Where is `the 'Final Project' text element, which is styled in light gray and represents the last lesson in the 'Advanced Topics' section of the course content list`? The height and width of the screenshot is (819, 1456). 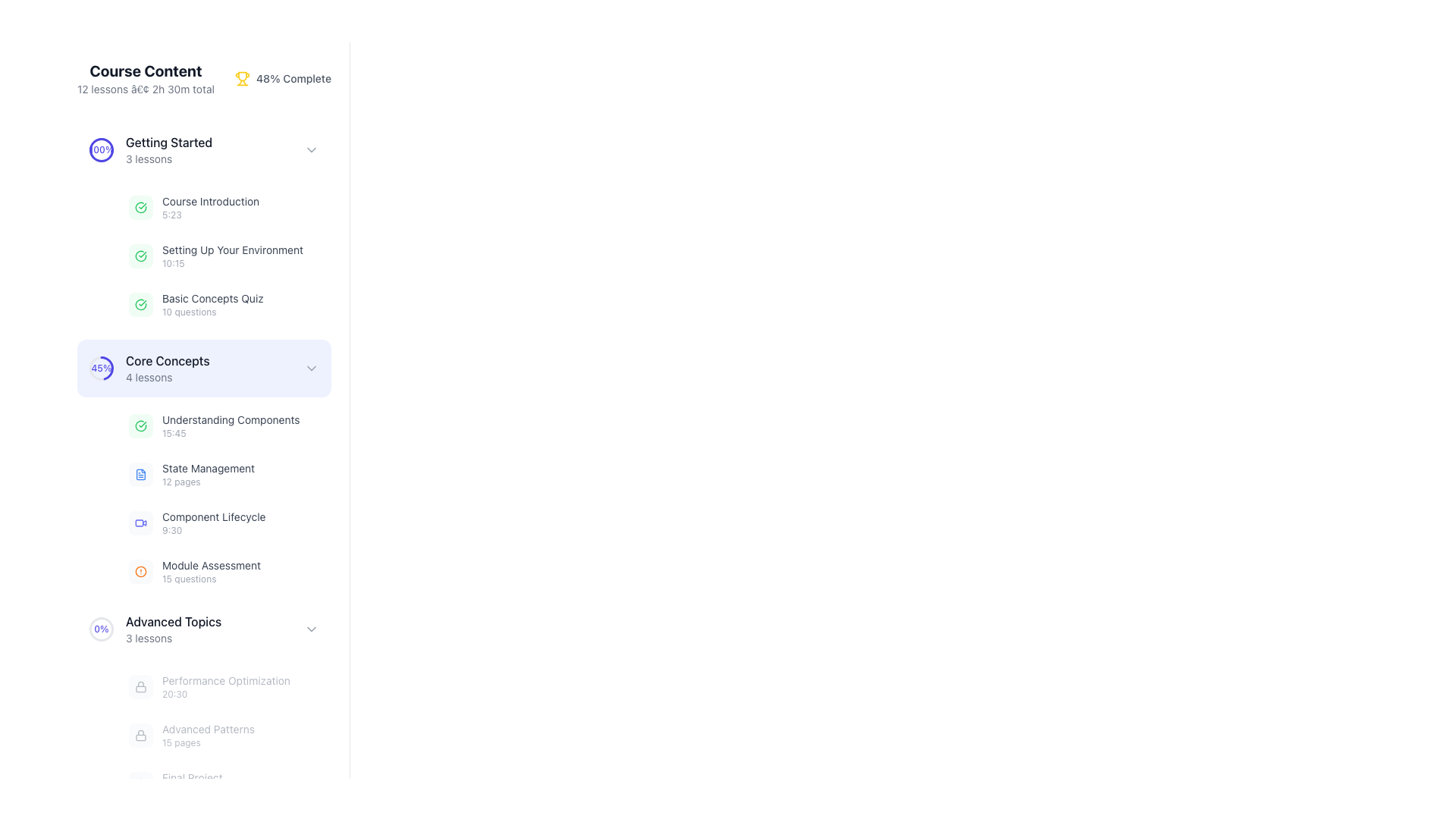
the 'Final Project' text element, which is styled in light gray and represents the last lesson in the 'Advanced Topics' section of the course content list is located at coordinates (175, 783).